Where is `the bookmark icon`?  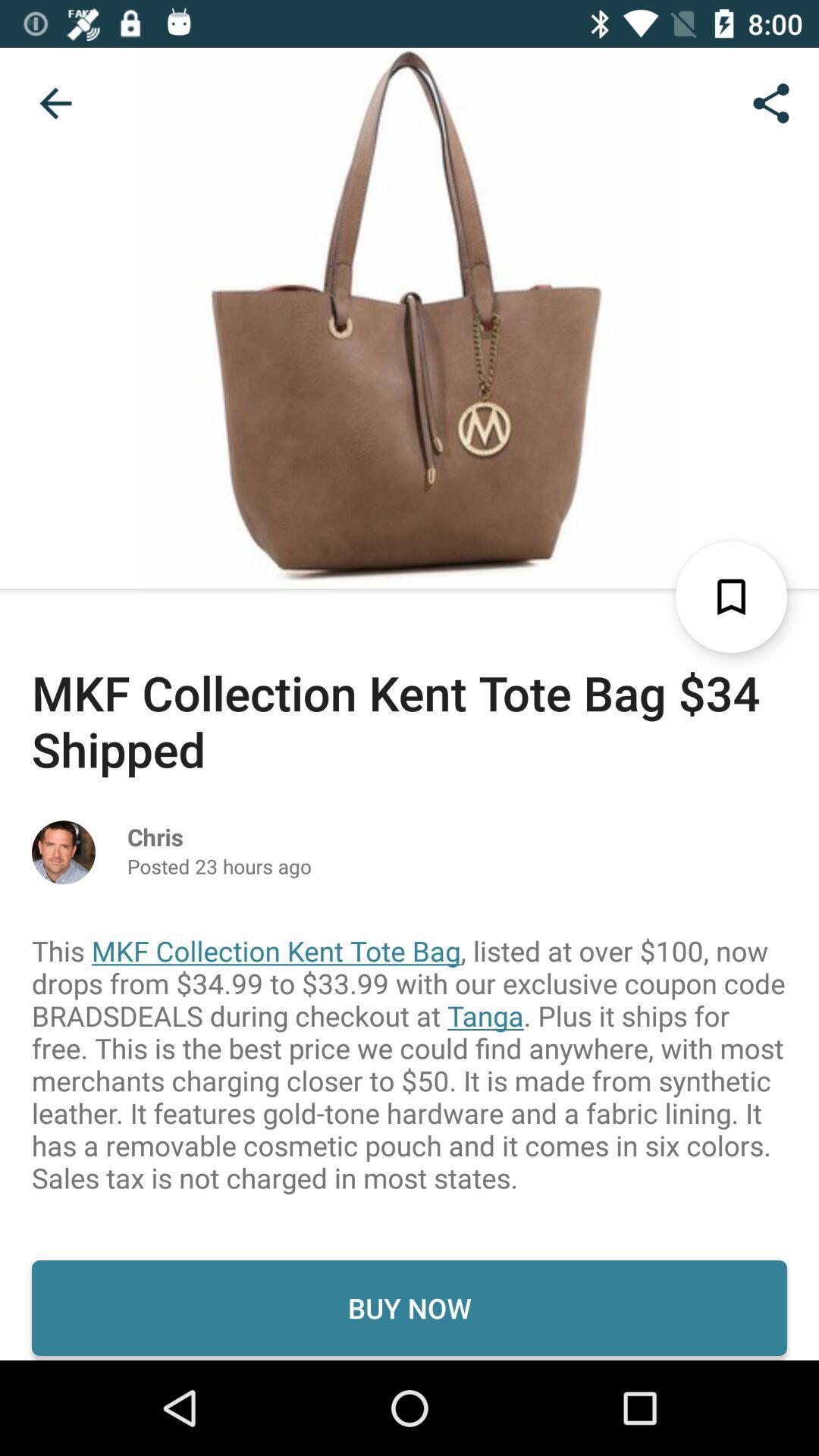 the bookmark icon is located at coordinates (730, 596).